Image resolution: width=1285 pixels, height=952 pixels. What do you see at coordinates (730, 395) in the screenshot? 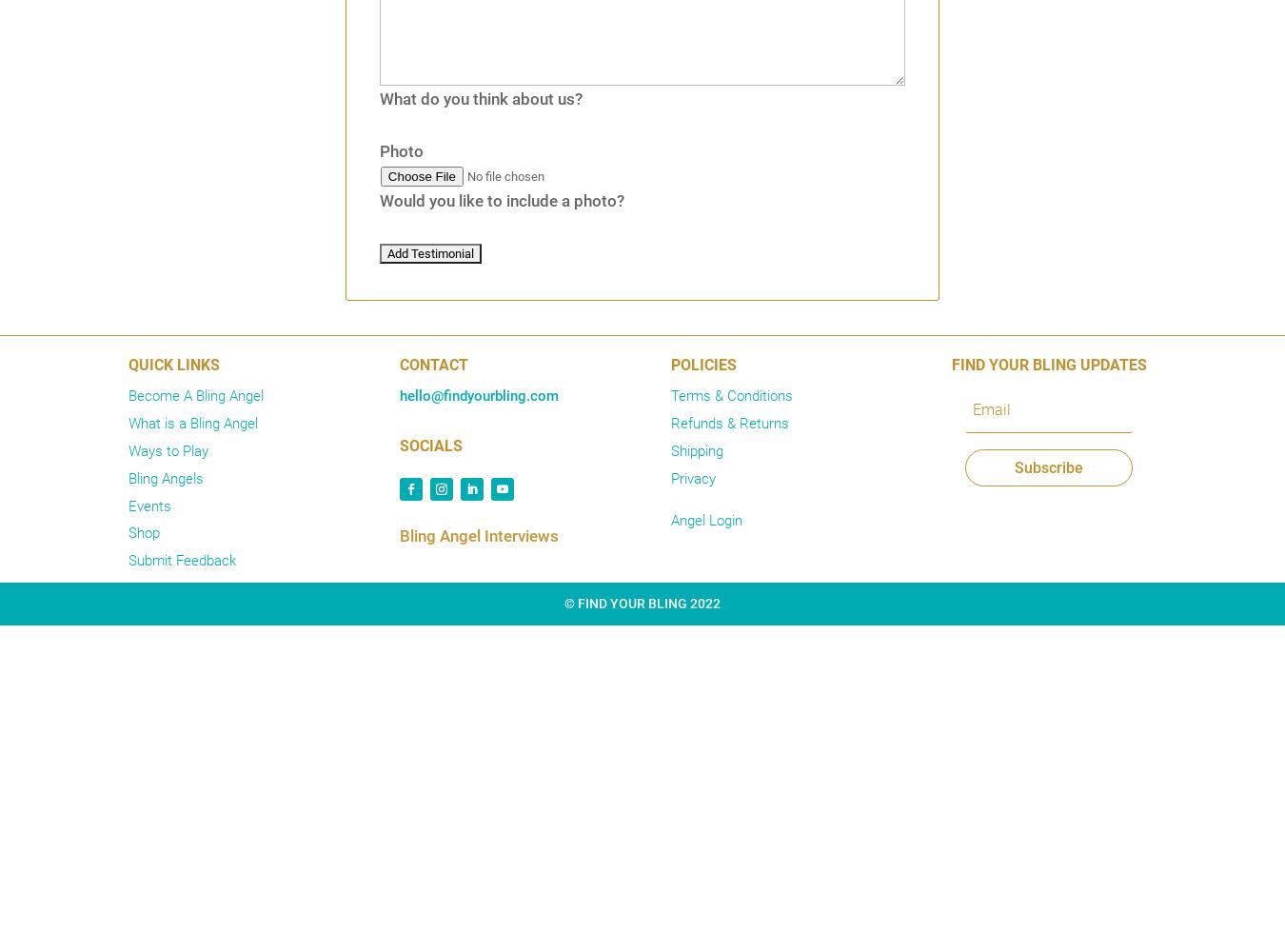
I see `'Terms & Conditions'` at bounding box center [730, 395].